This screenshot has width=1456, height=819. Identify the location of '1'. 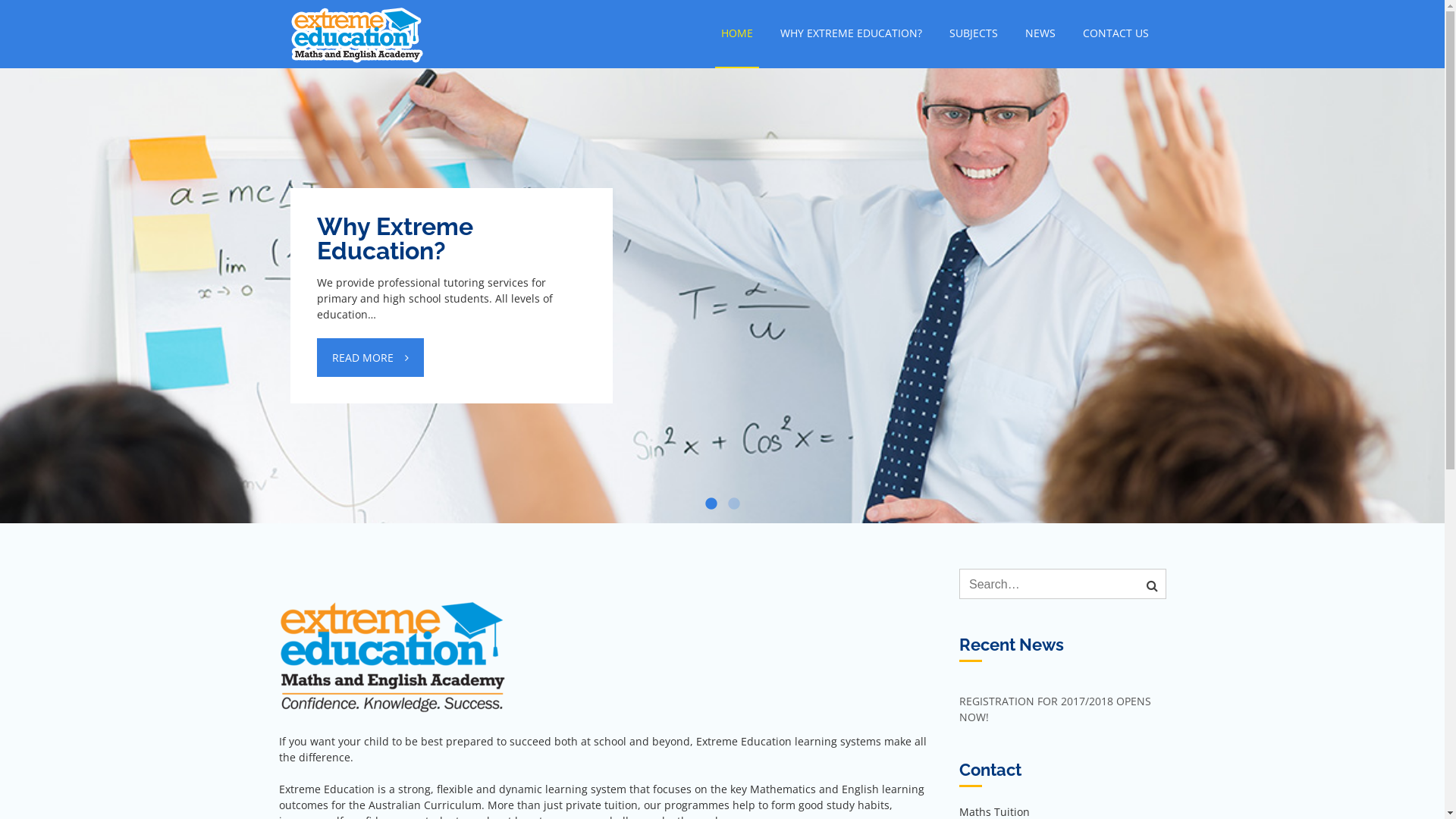
(710, 504).